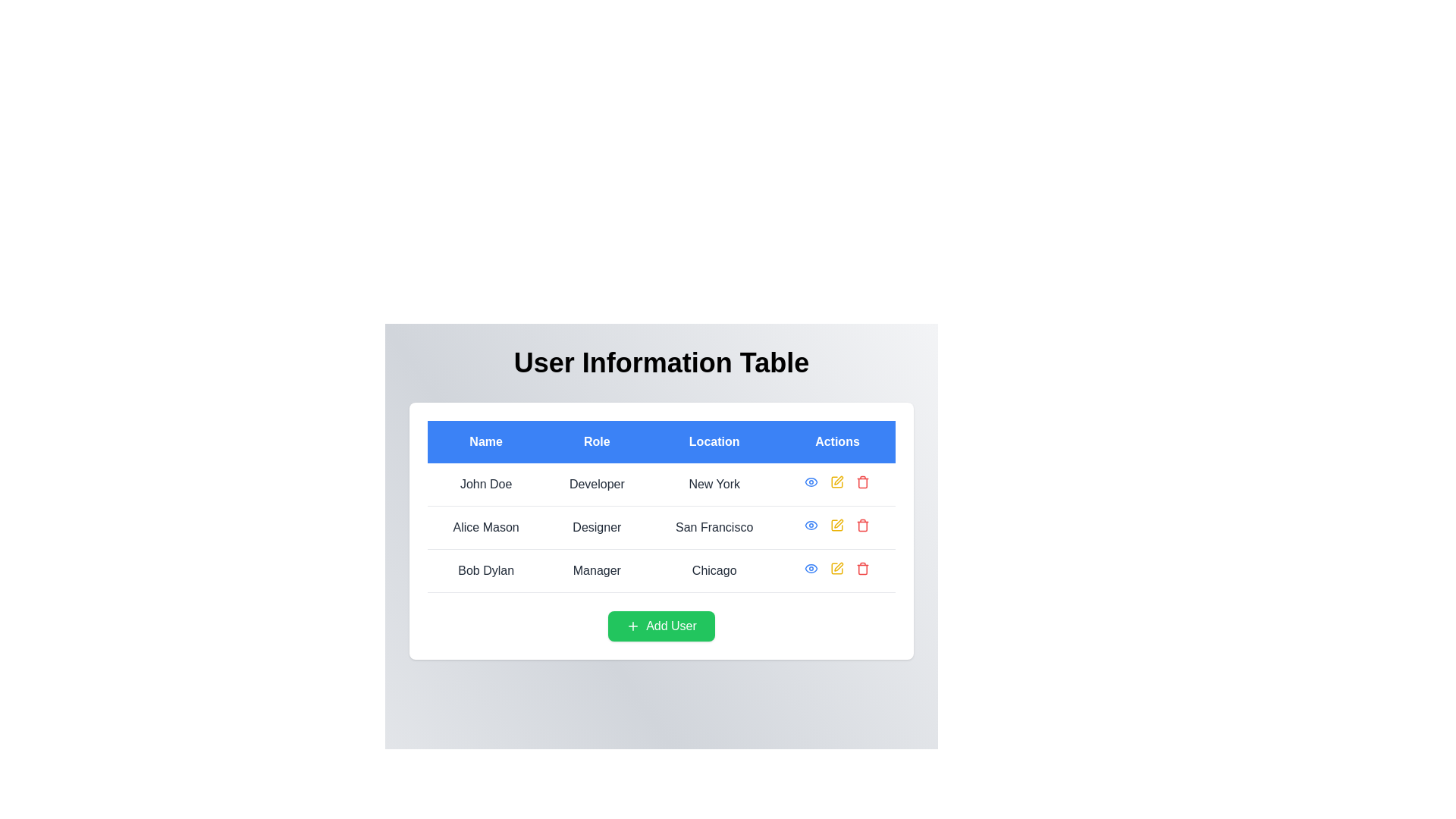 This screenshot has height=819, width=1456. I want to click on the second row of the table containing 'Alice Mason', 'Designer', 'San Francisco', so click(661, 527).